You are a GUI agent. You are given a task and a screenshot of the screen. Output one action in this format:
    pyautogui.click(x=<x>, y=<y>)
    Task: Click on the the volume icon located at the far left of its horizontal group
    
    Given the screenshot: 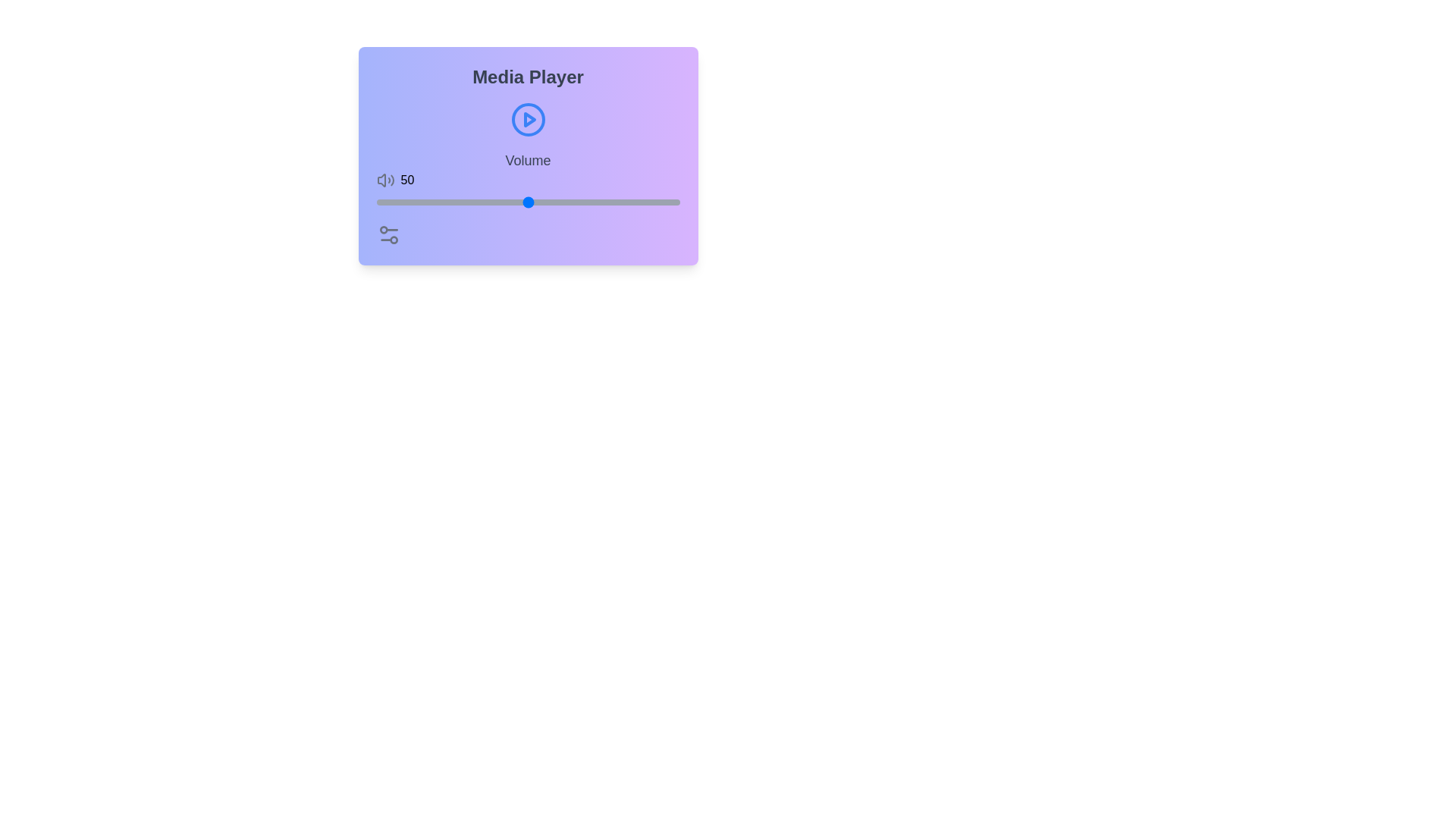 What is the action you would take?
    pyautogui.click(x=385, y=180)
    